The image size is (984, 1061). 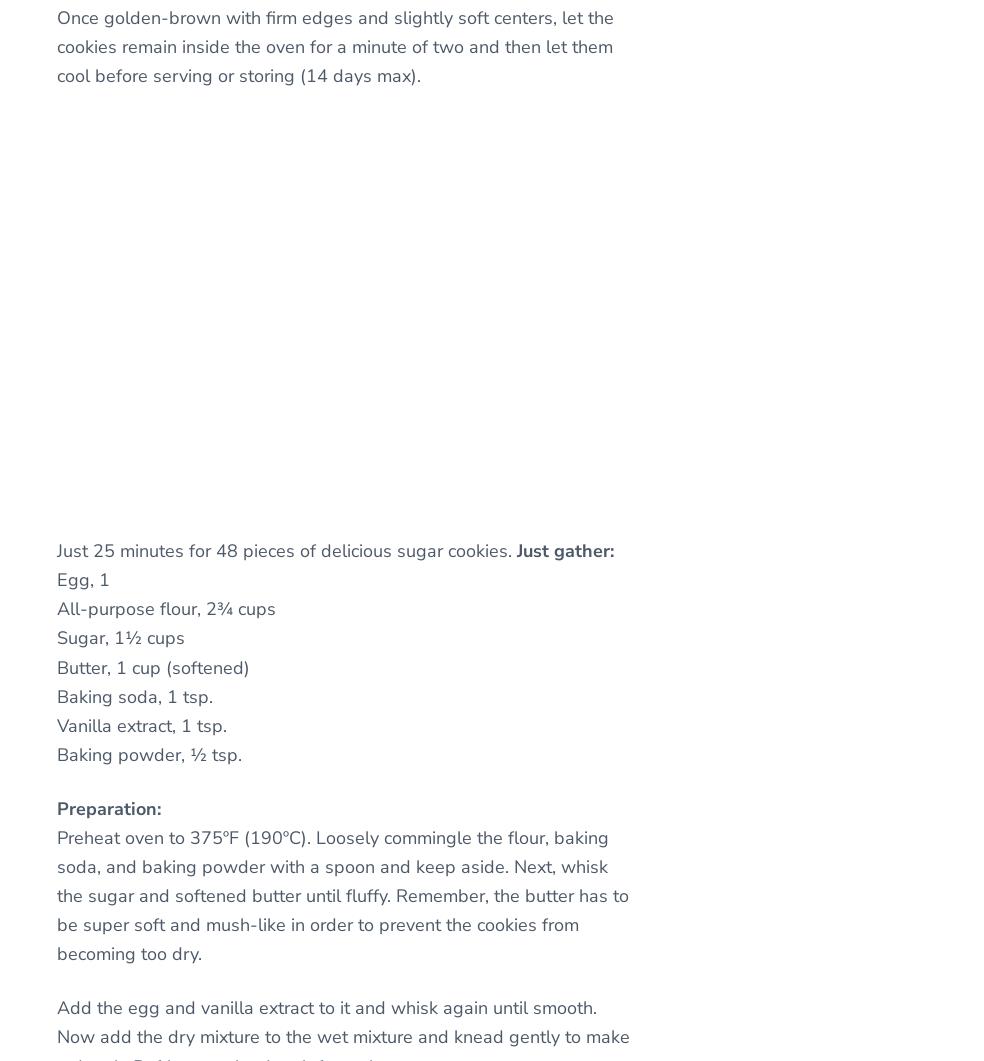 I want to click on 'All-purpose flour, 2¾ cups', so click(x=166, y=608).